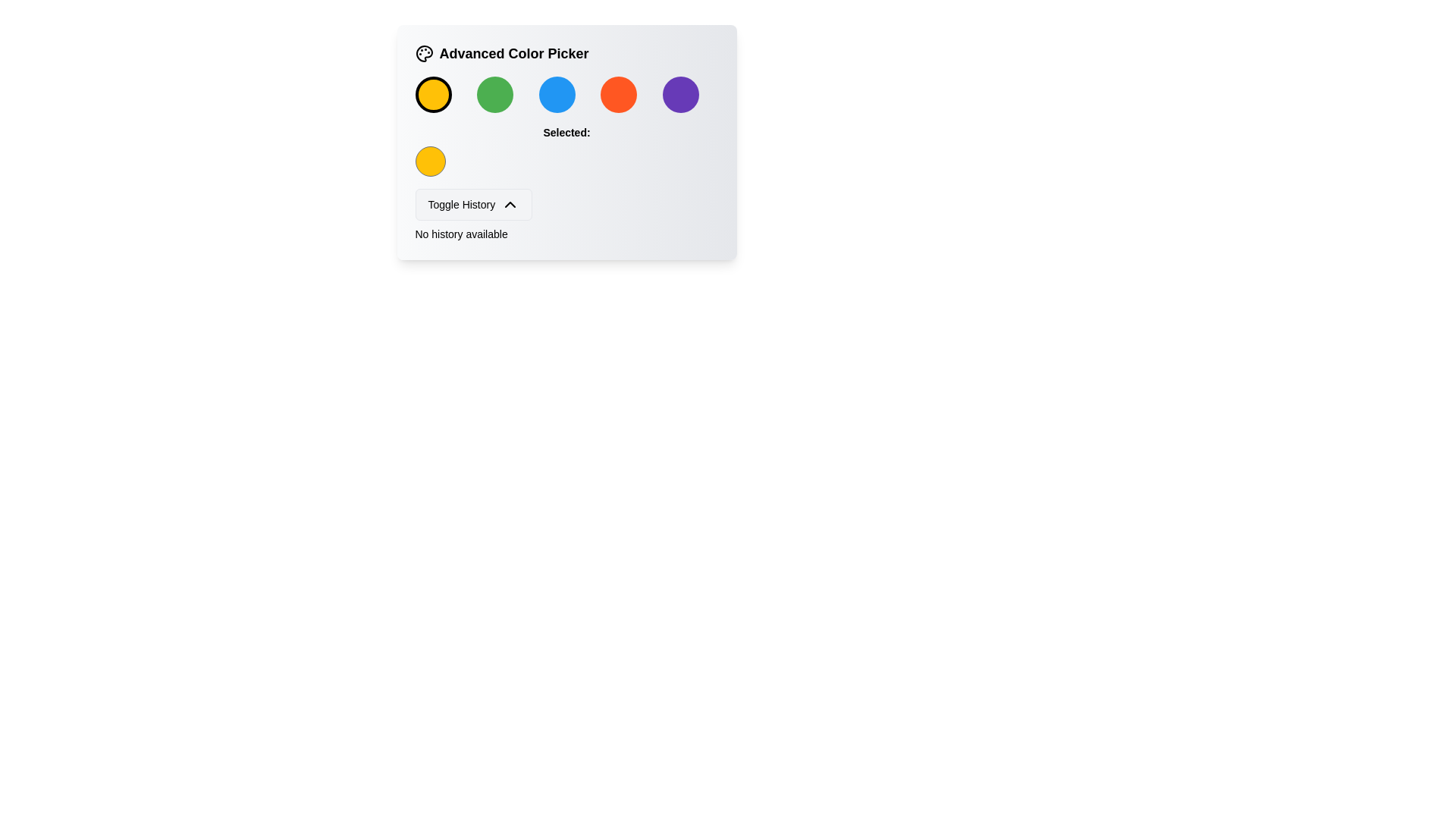  Describe the element at coordinates (566, 52) in the screenshot. I see `the 'Advanced Color Picker' header that features a bold title and a small palette icon on its left side` at that location.